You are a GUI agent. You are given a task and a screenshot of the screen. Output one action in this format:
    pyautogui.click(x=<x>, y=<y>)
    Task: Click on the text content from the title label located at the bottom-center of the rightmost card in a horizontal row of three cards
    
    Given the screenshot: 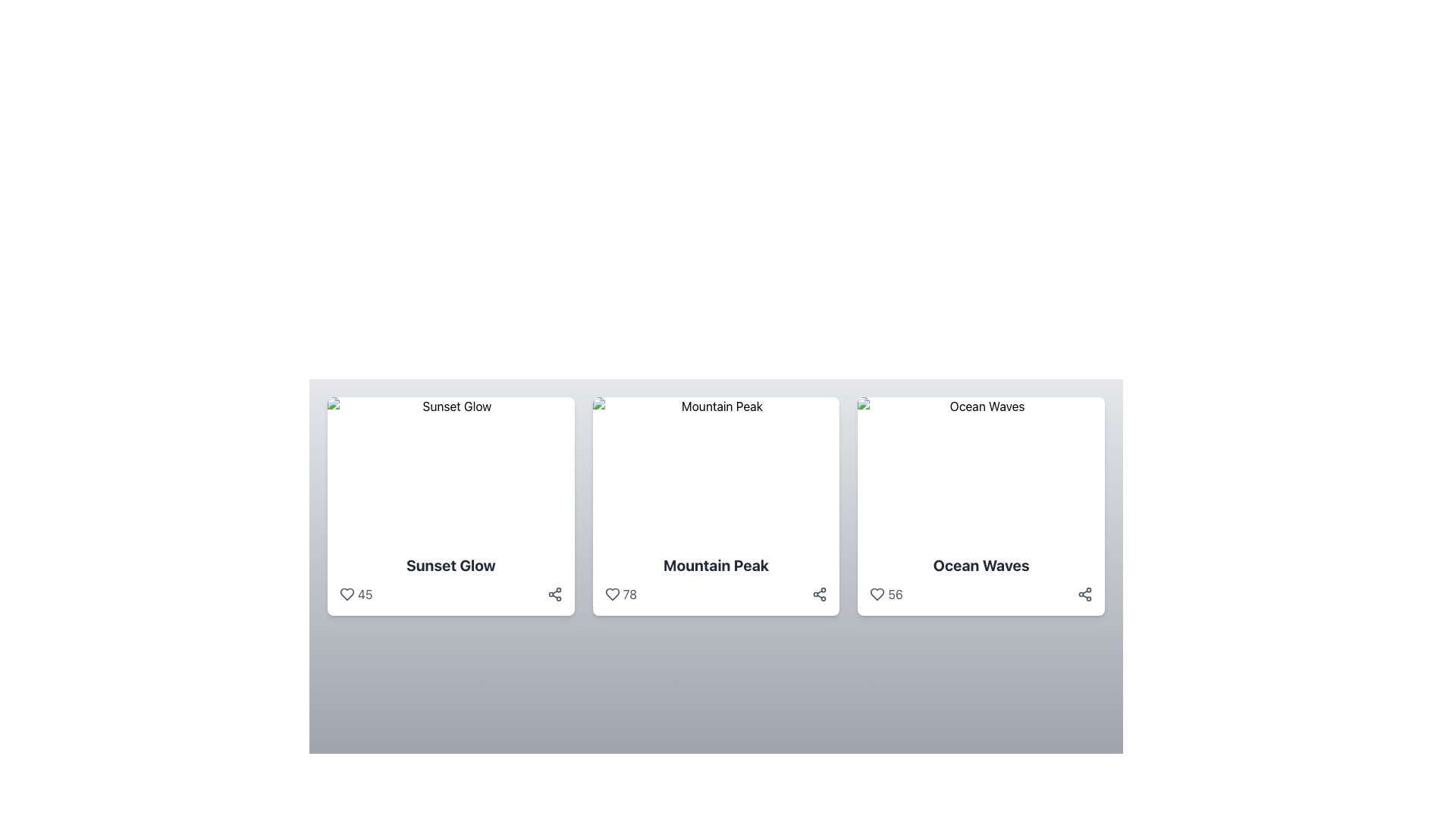 What is the action you would take?
    pyautogui.click(x=981, y=565)
    